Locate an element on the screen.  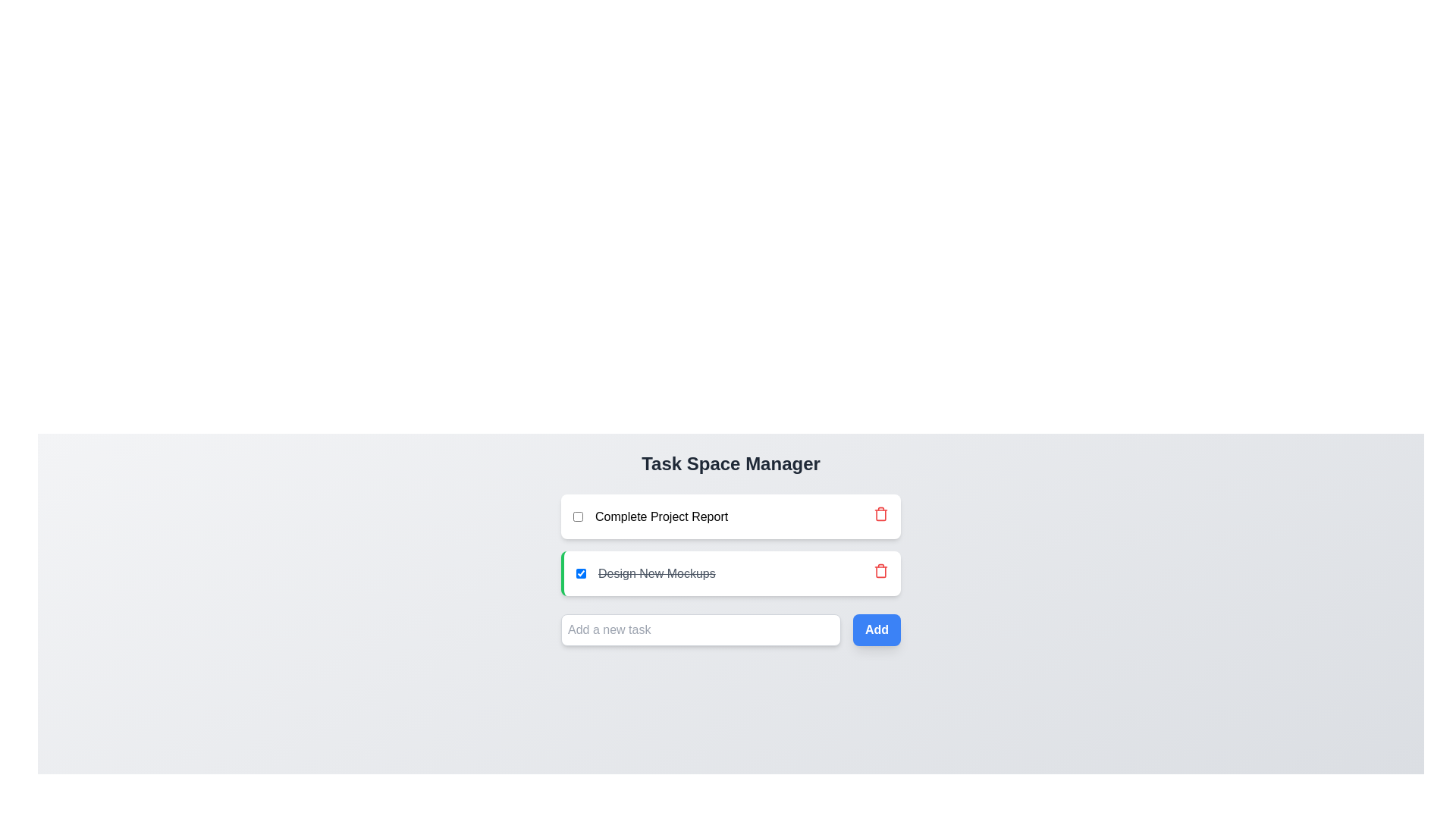
the deletion Icon button located at the far-right end of the row for the task labeled 'Design New Mockups' is located at coordinates (880, 573).